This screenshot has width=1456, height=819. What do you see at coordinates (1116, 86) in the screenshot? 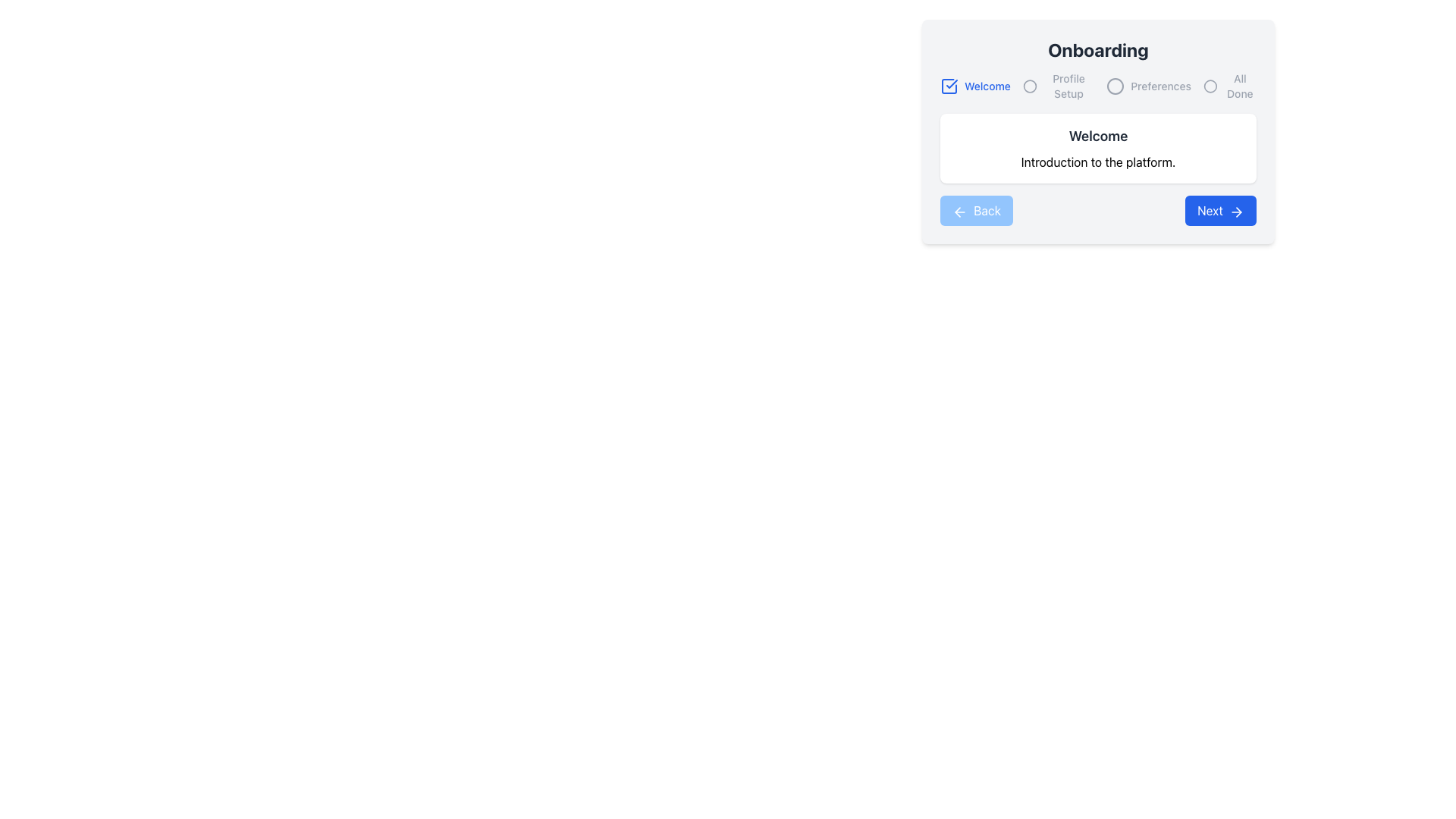
I see `the third circular progress indicator in the sequence, located near the 'Preferences' label` at bounding box center [1116, 86].